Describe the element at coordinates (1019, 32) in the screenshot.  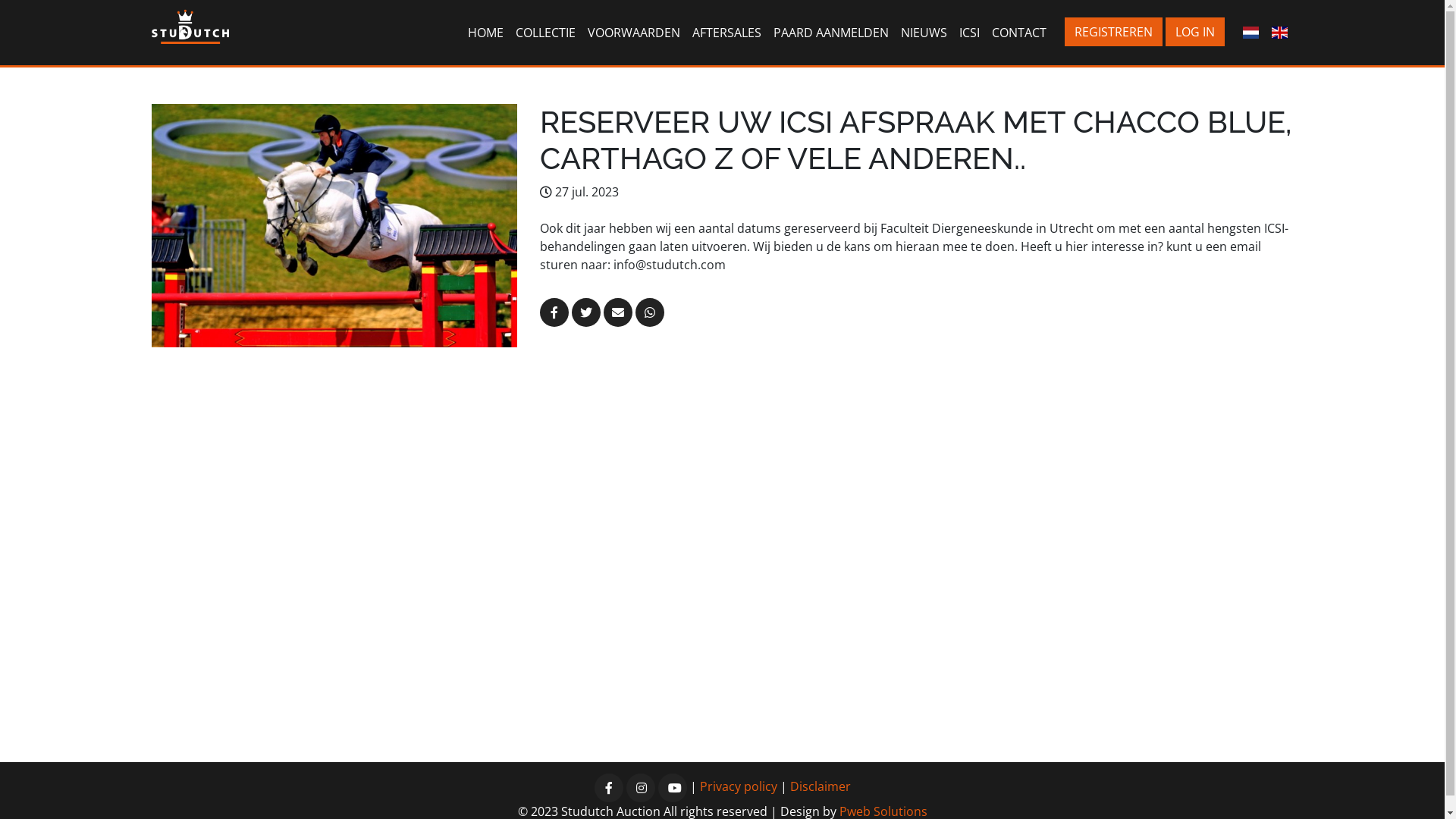
I see `'CONTACT'` at that location.